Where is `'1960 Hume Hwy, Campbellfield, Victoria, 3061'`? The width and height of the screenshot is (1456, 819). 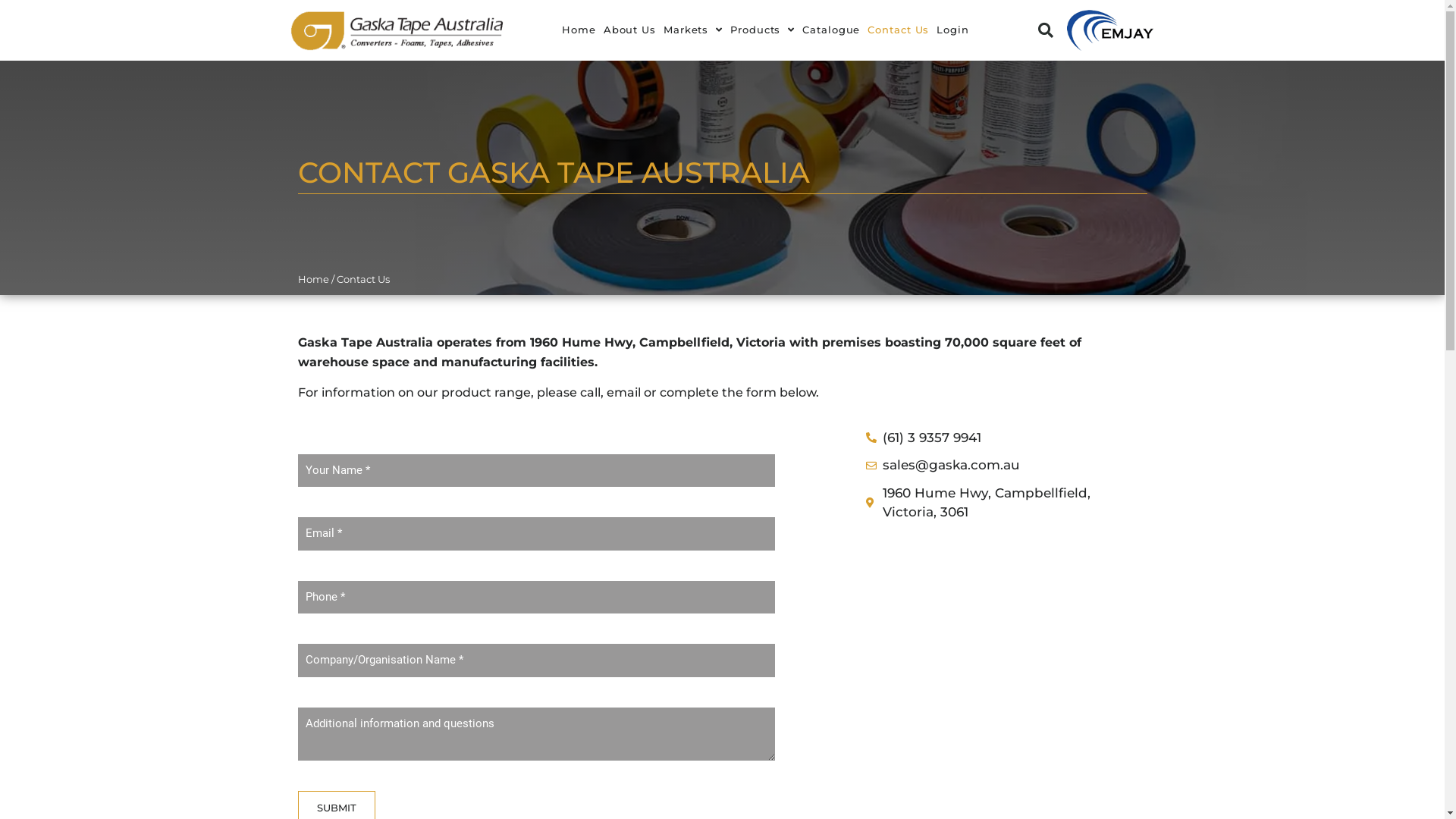 '1960 Hume Hwy, Campbellfield, Victoria, 3061' is located at coordinates (989, 503).